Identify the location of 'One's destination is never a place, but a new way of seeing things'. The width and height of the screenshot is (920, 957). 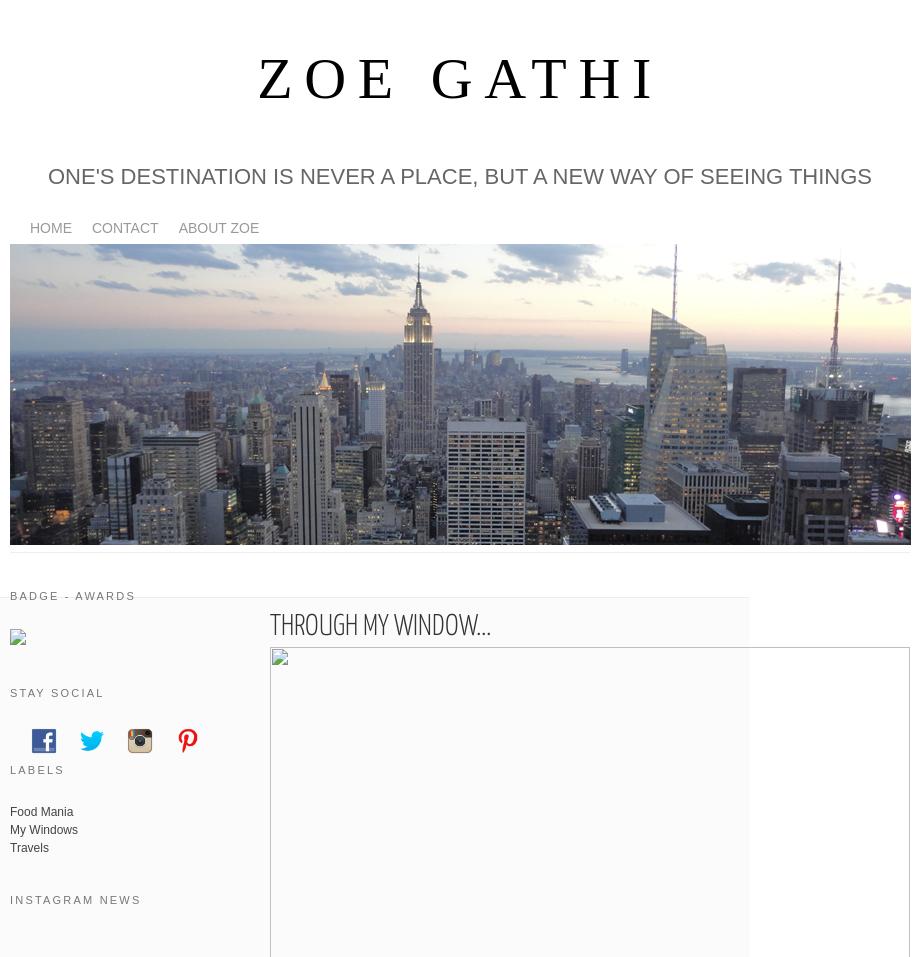
(47, 175).